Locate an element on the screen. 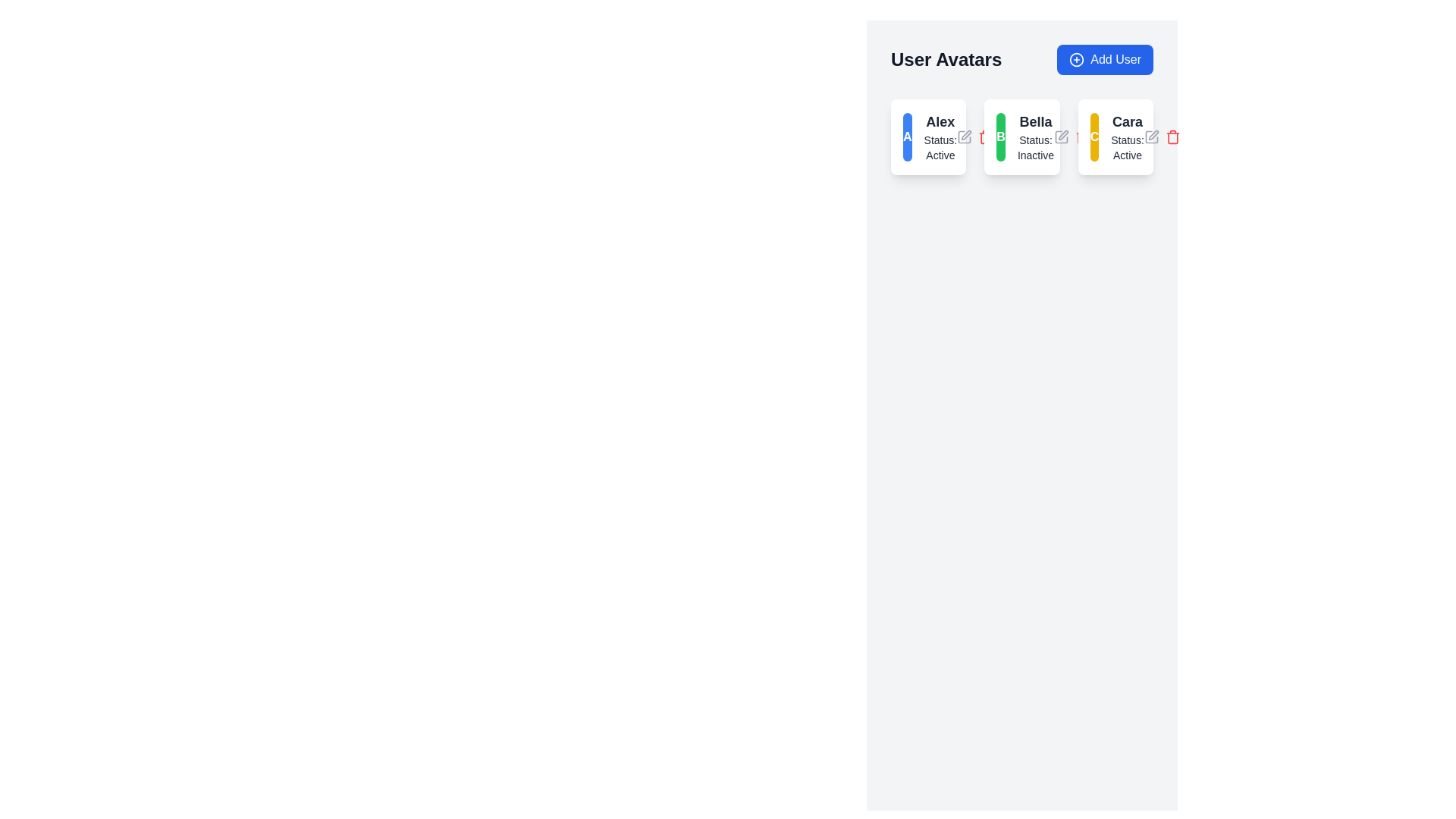  text label located at the top left of the user avatars section, adjacent to the 'Add User' button is located at coordinates (946, 58).